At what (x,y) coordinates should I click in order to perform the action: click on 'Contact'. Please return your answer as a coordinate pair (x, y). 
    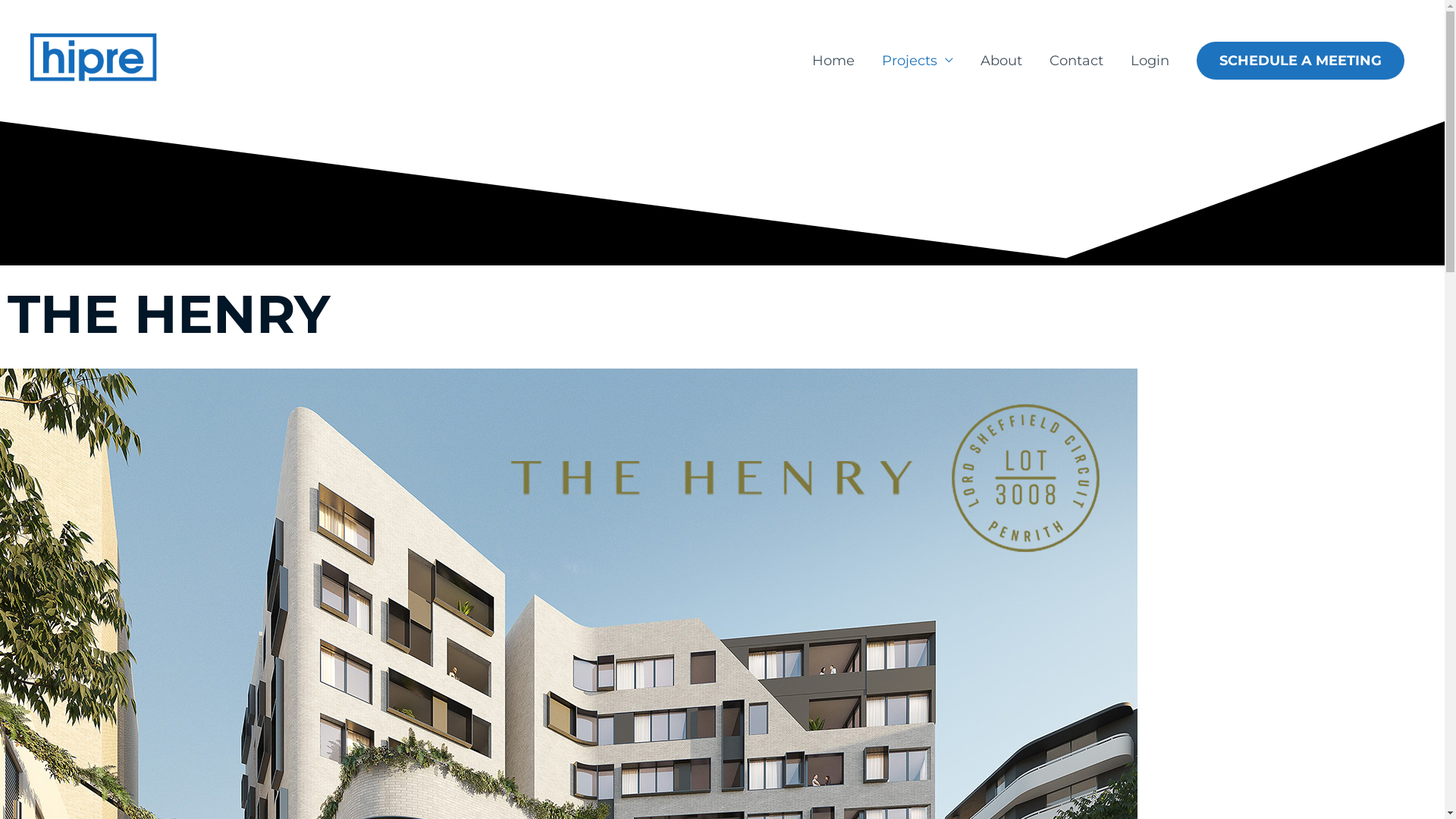
    Looking at the image, I should click on (1075, 60).